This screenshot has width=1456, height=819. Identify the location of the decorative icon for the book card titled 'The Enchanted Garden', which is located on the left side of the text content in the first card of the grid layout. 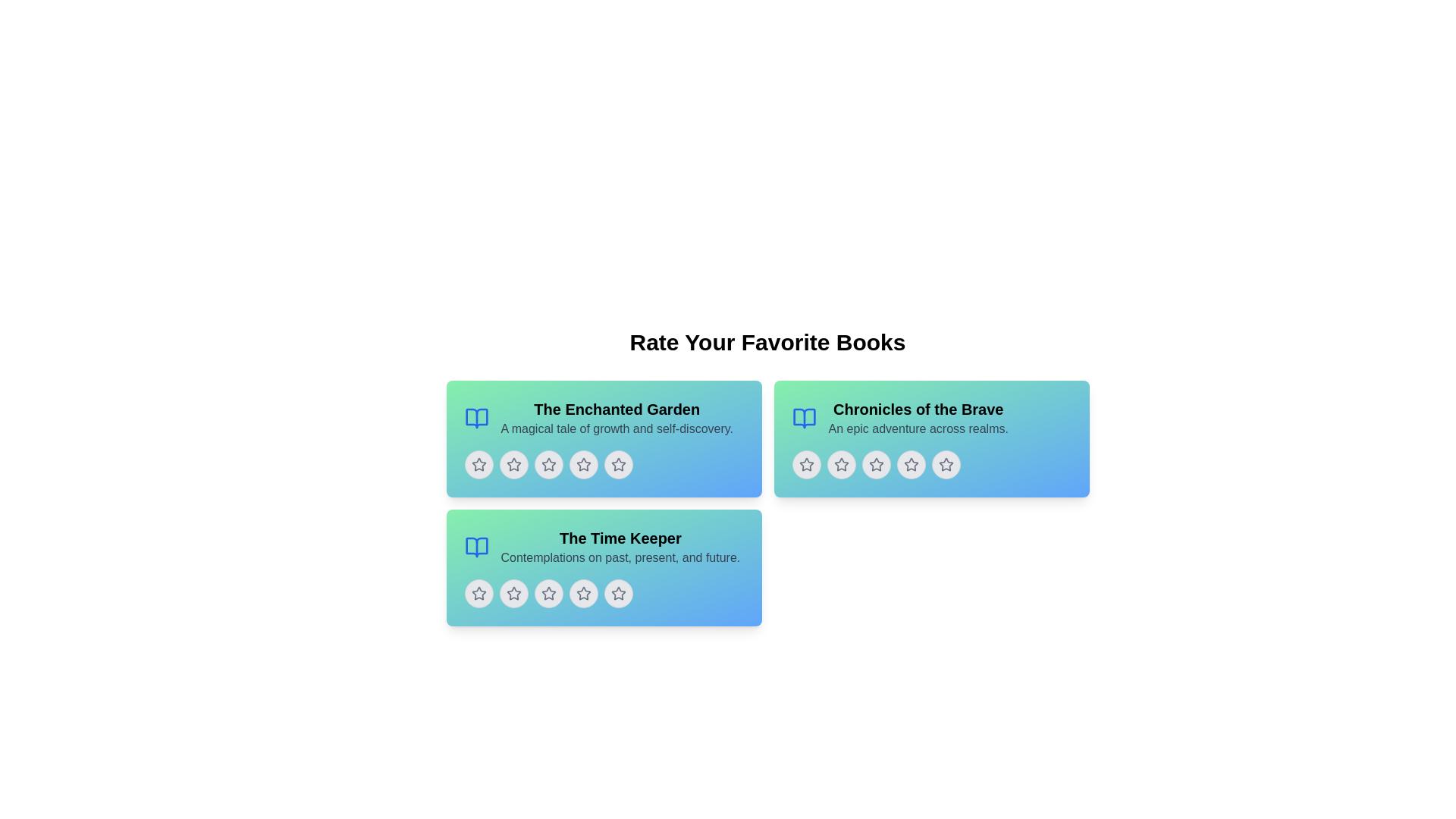
(475, 418).